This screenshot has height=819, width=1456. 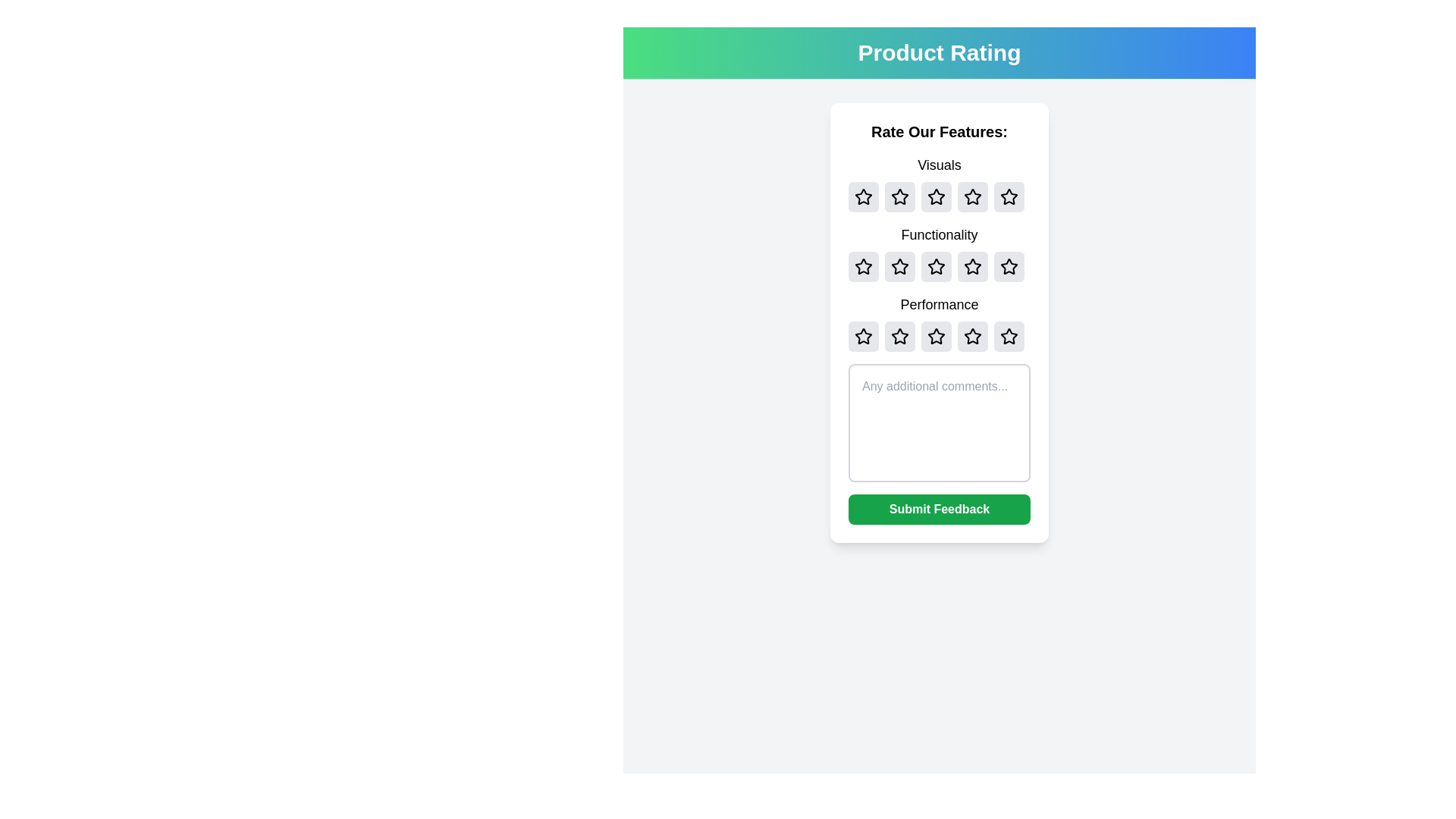 What do you see at coordinates (899, 335) in the screenshot?
I see `the second clickable button with a light gray background and a star icon containing the number '2'` at bounding box center [899, 335].